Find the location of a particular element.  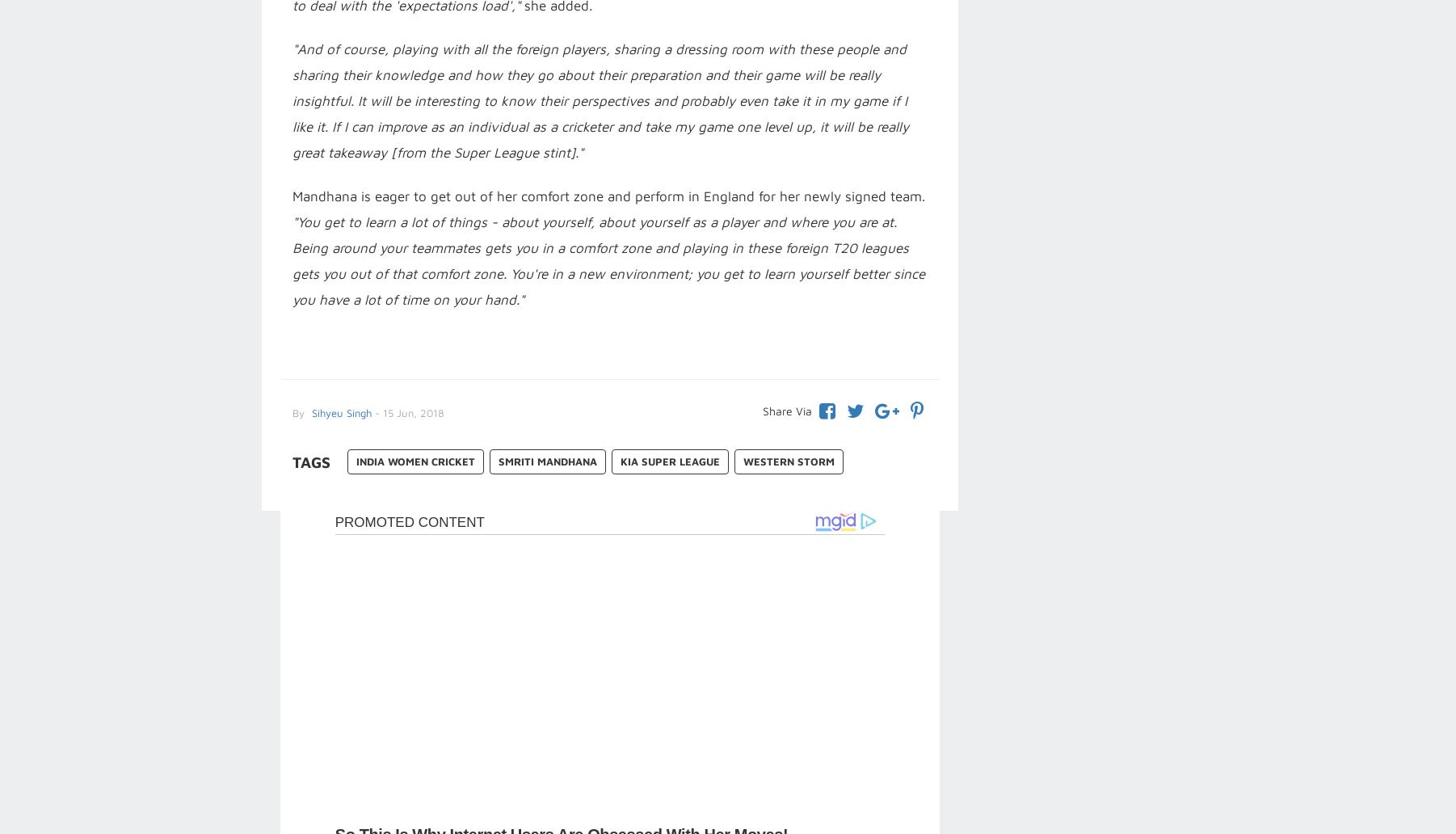

'Mandhana is eager to get out of her comfort zone and perform in England for her newly signed team.' is located at coordinates (291, 196).